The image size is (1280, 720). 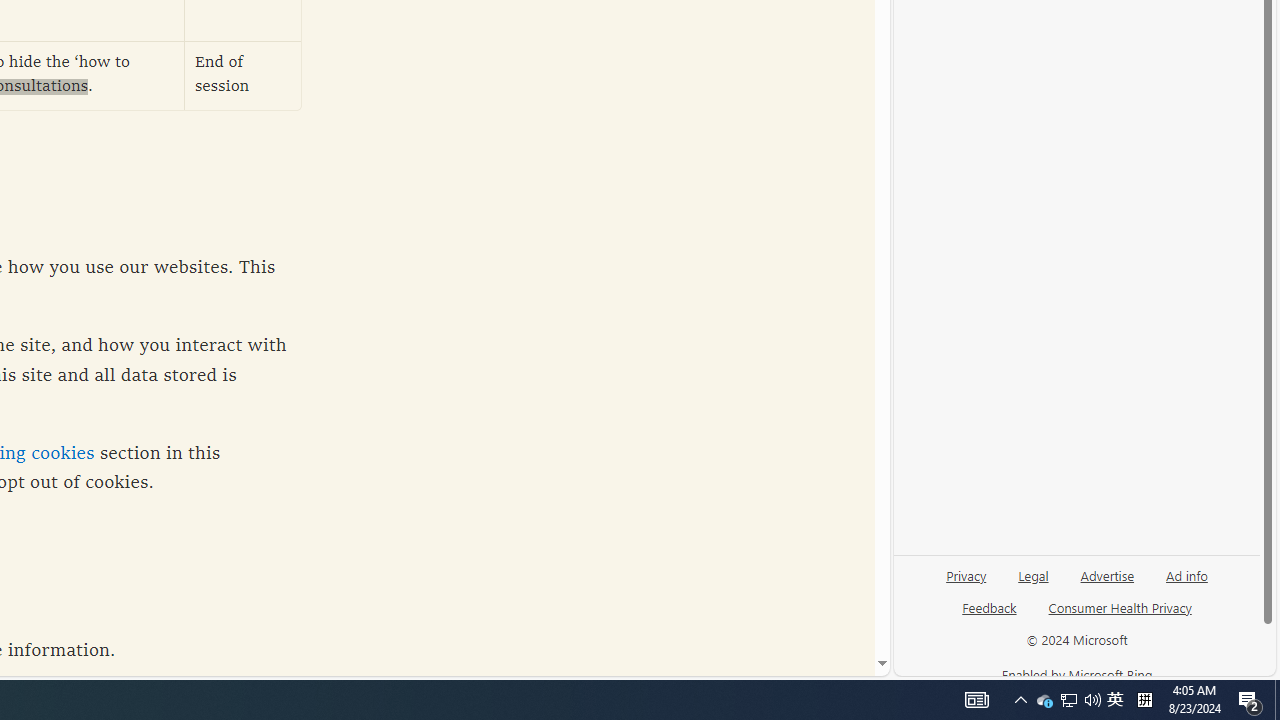 What do you see at coordinates (1033, 574) in the screenshot?
I see `'Legal'` at bounding box center [1033, 574].